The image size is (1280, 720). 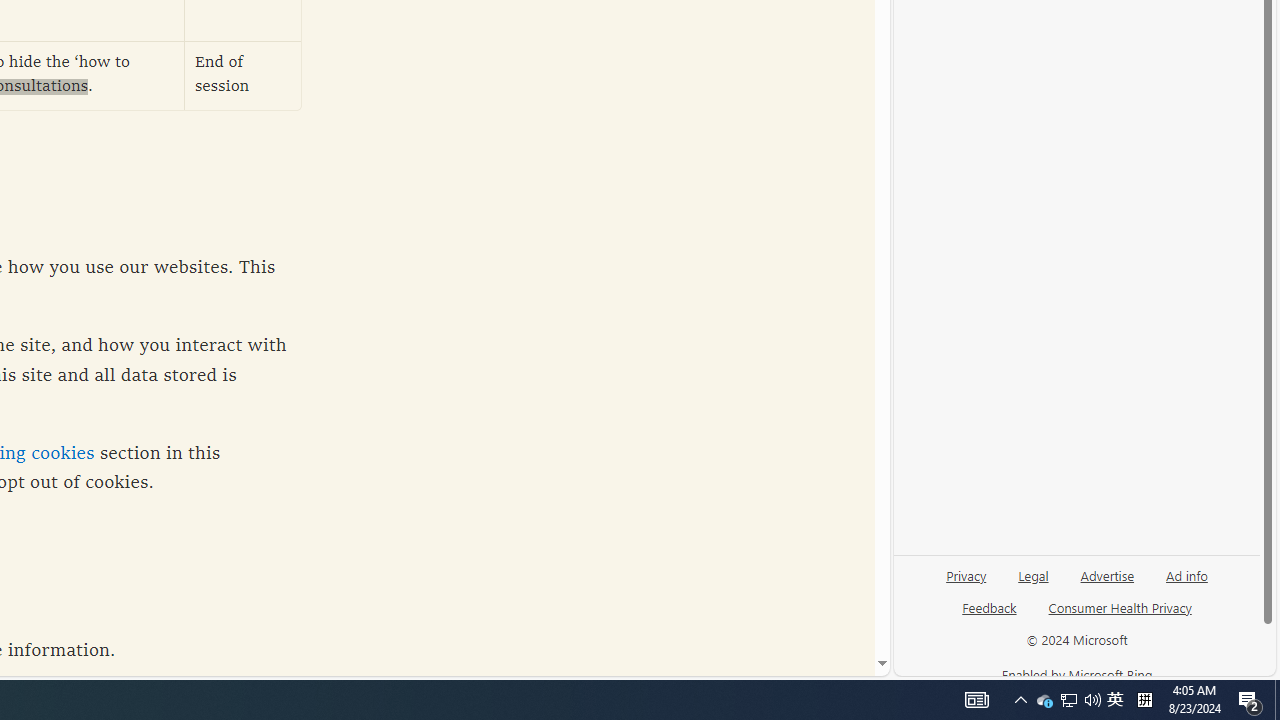 What do you see at coordinates (1033, 574) in the screenshot?
I see `'Legal'` at bounding box center [1033, 574].